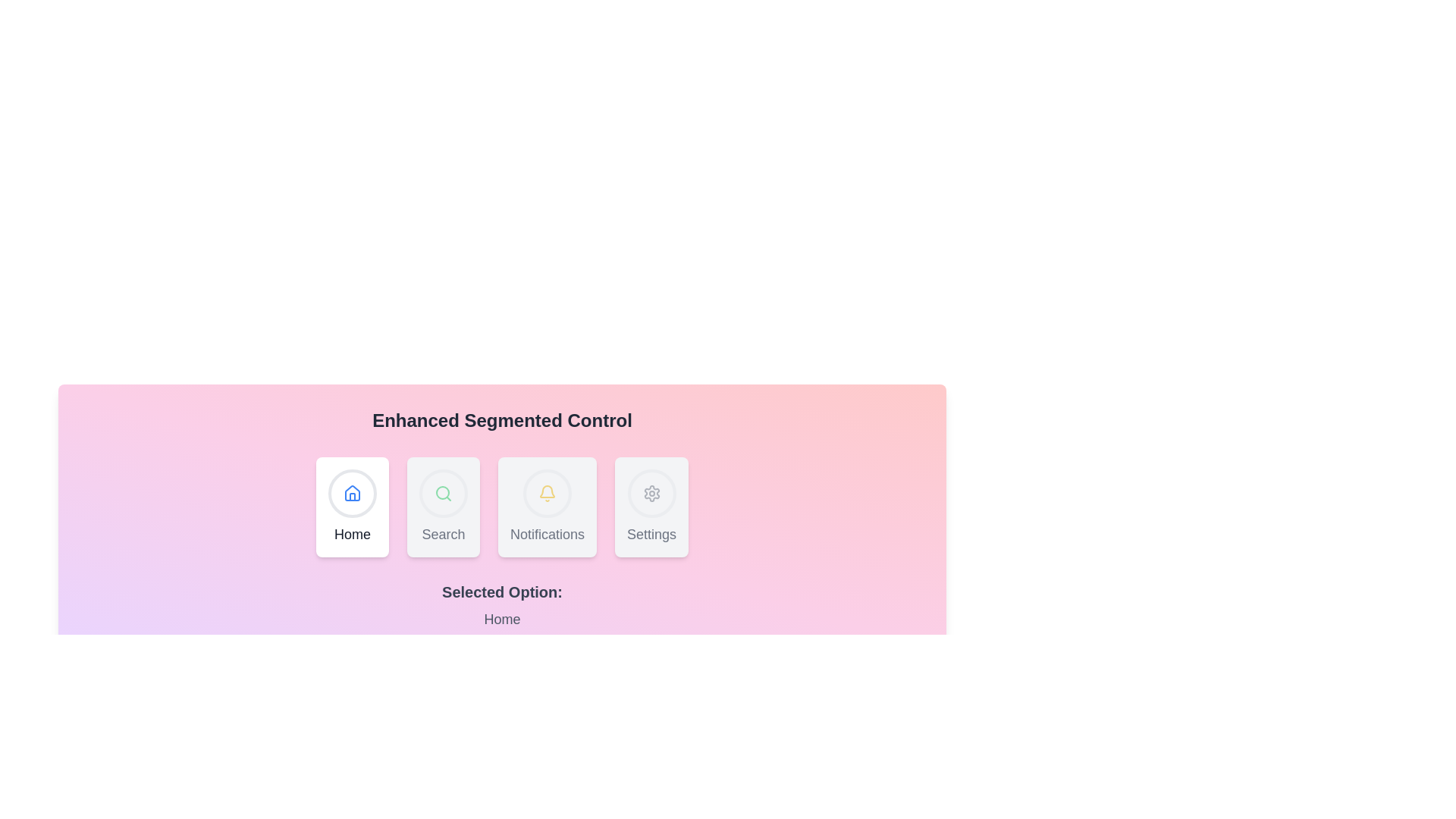  What do you see at coordinates (352, 494) in the screenshot?
I see `the 'Home' icon in the segmented control interface` at bounding box center [352, 494].